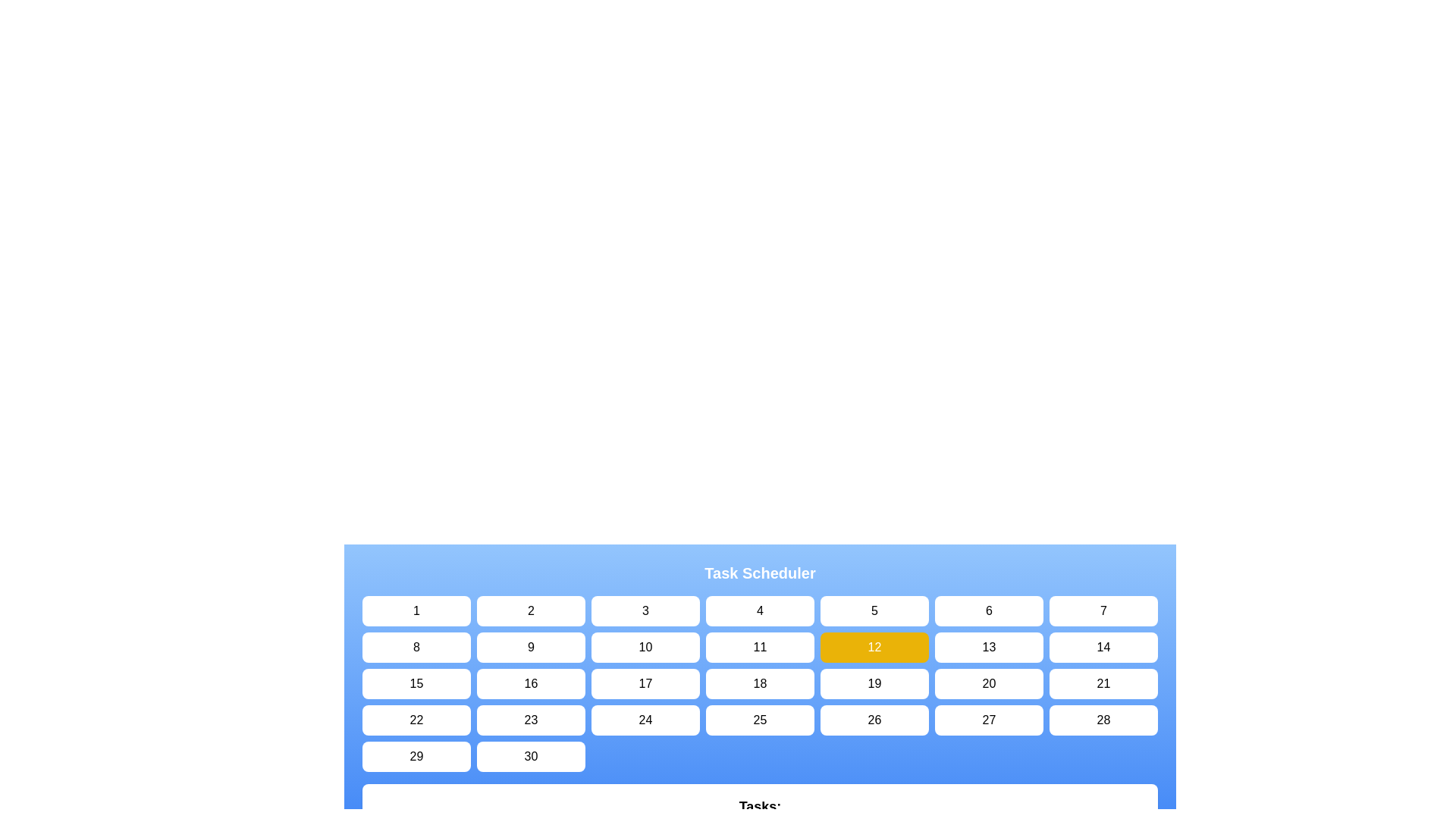  I want to click on the button labeled '2' in the grid layout, so click(531, 610).